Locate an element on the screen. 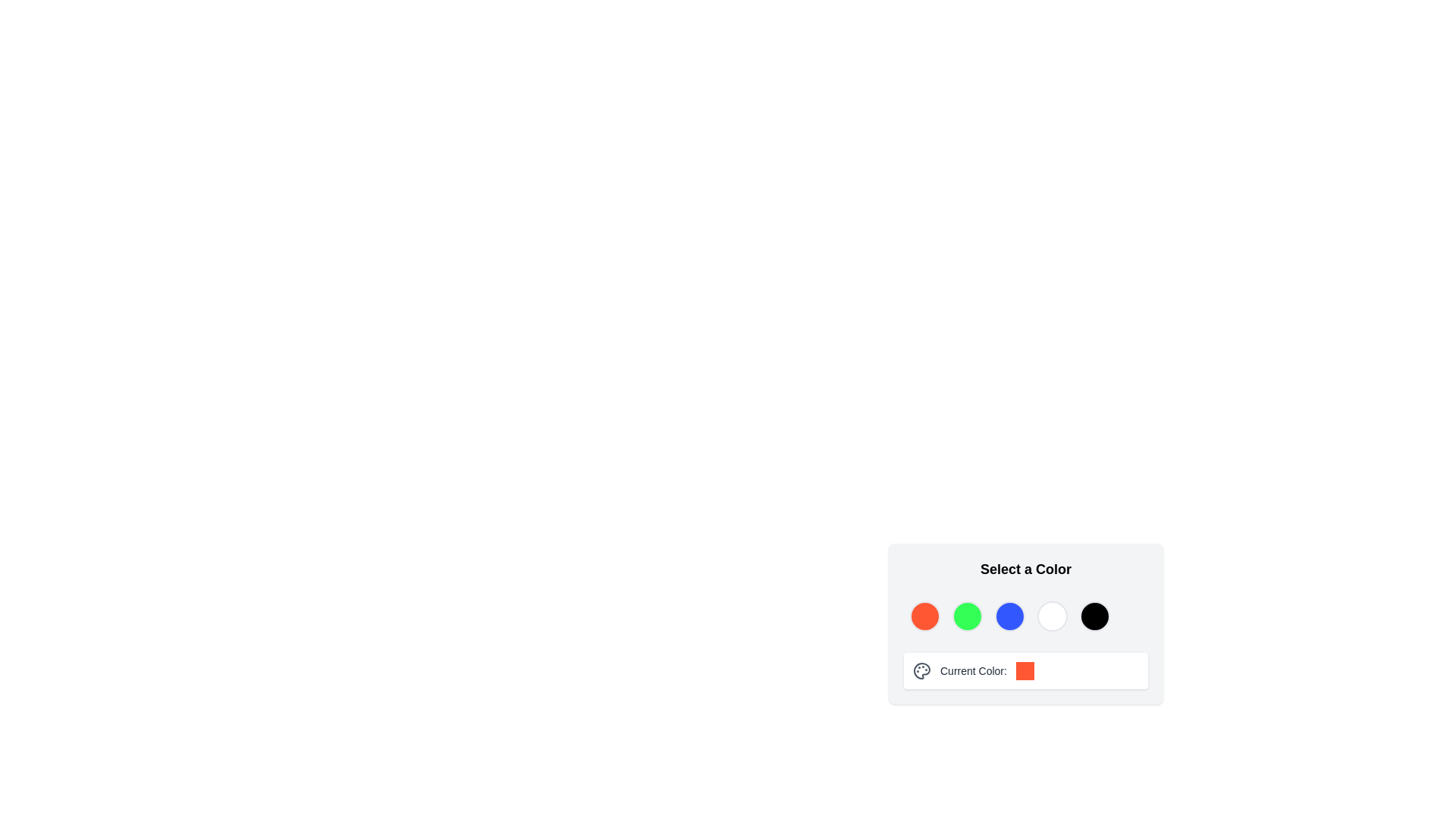 This screenshot has height=819, width=1456. the vibrant orange-red Color preview box, which is a square measuring 24 x 24 pixels and located on the far right within the 'Current Color' group is located at coordinates (1025, 670).